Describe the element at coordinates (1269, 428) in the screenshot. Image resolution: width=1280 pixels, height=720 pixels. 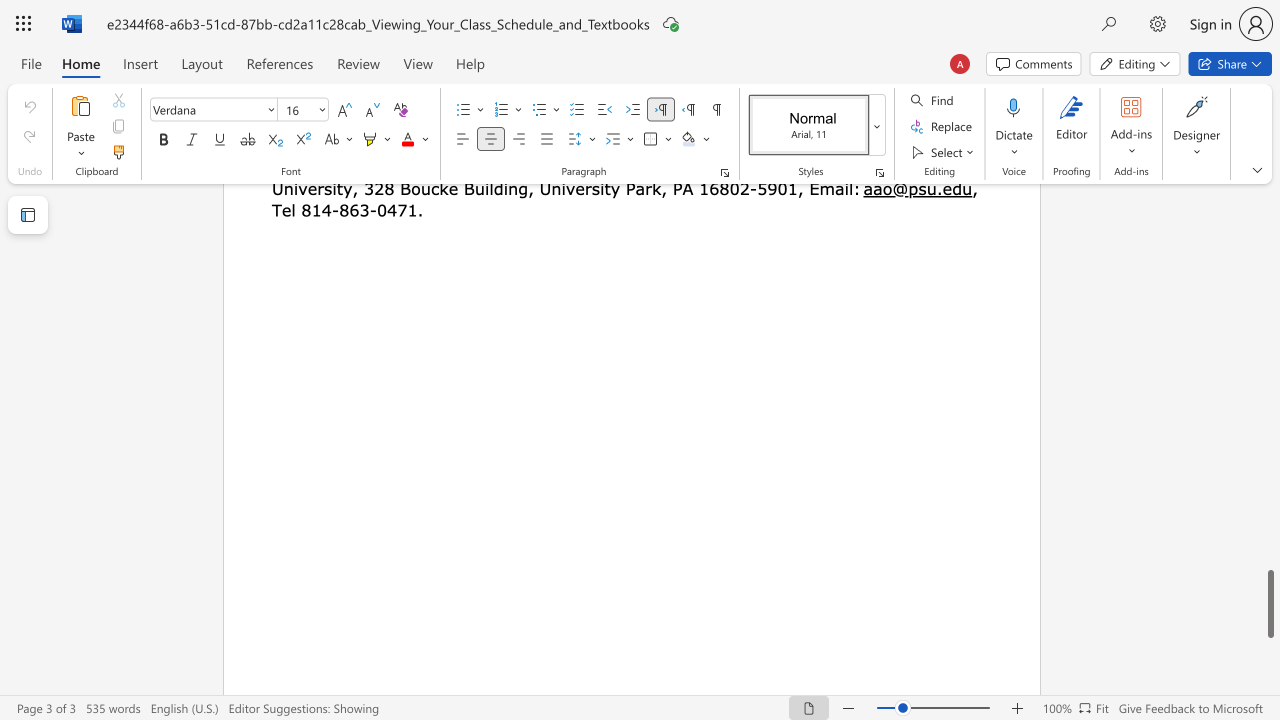
I see `the scrollbar` at that location.